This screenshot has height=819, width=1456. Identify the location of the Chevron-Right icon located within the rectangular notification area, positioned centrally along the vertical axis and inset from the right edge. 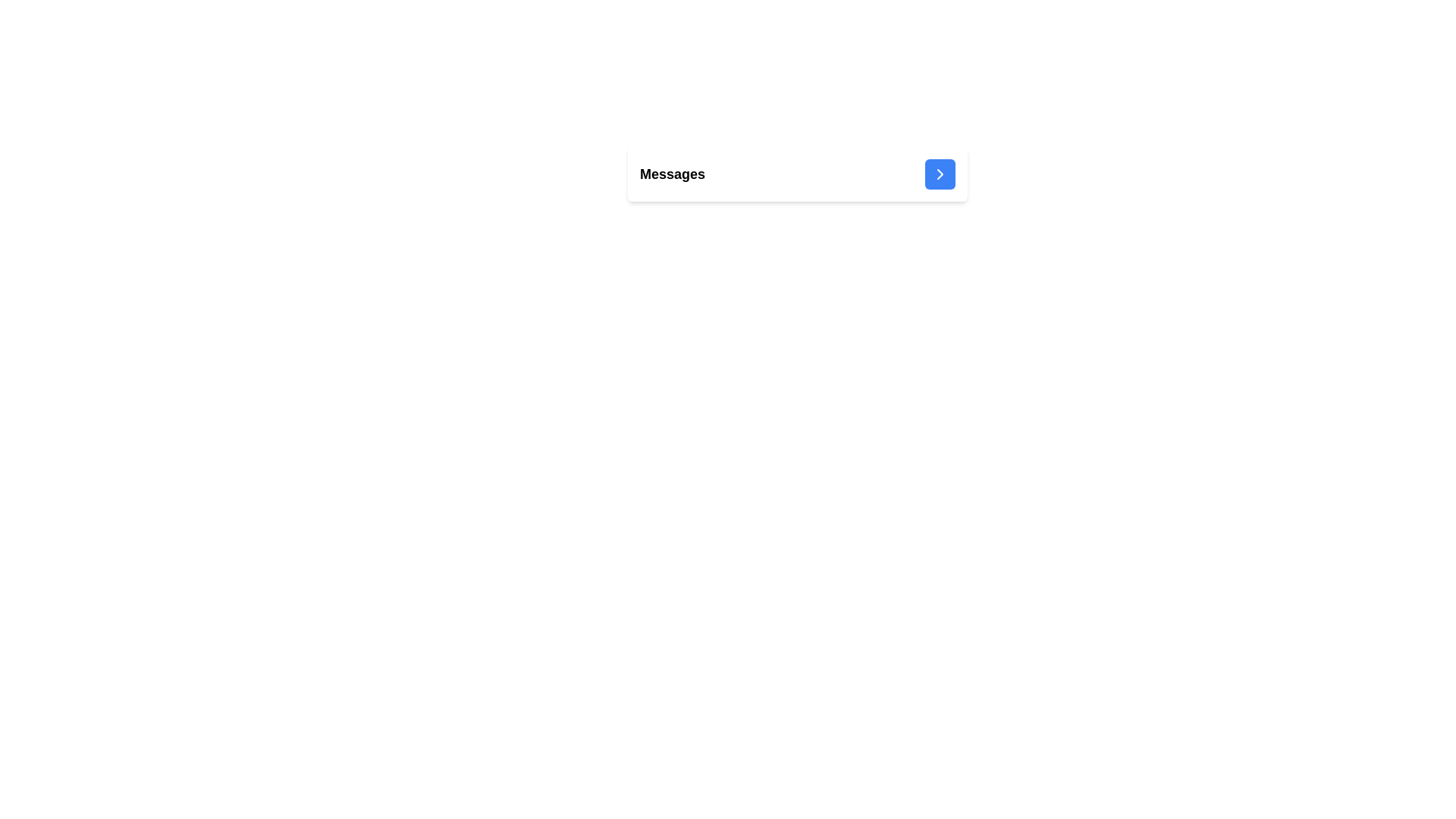
(939, 174).